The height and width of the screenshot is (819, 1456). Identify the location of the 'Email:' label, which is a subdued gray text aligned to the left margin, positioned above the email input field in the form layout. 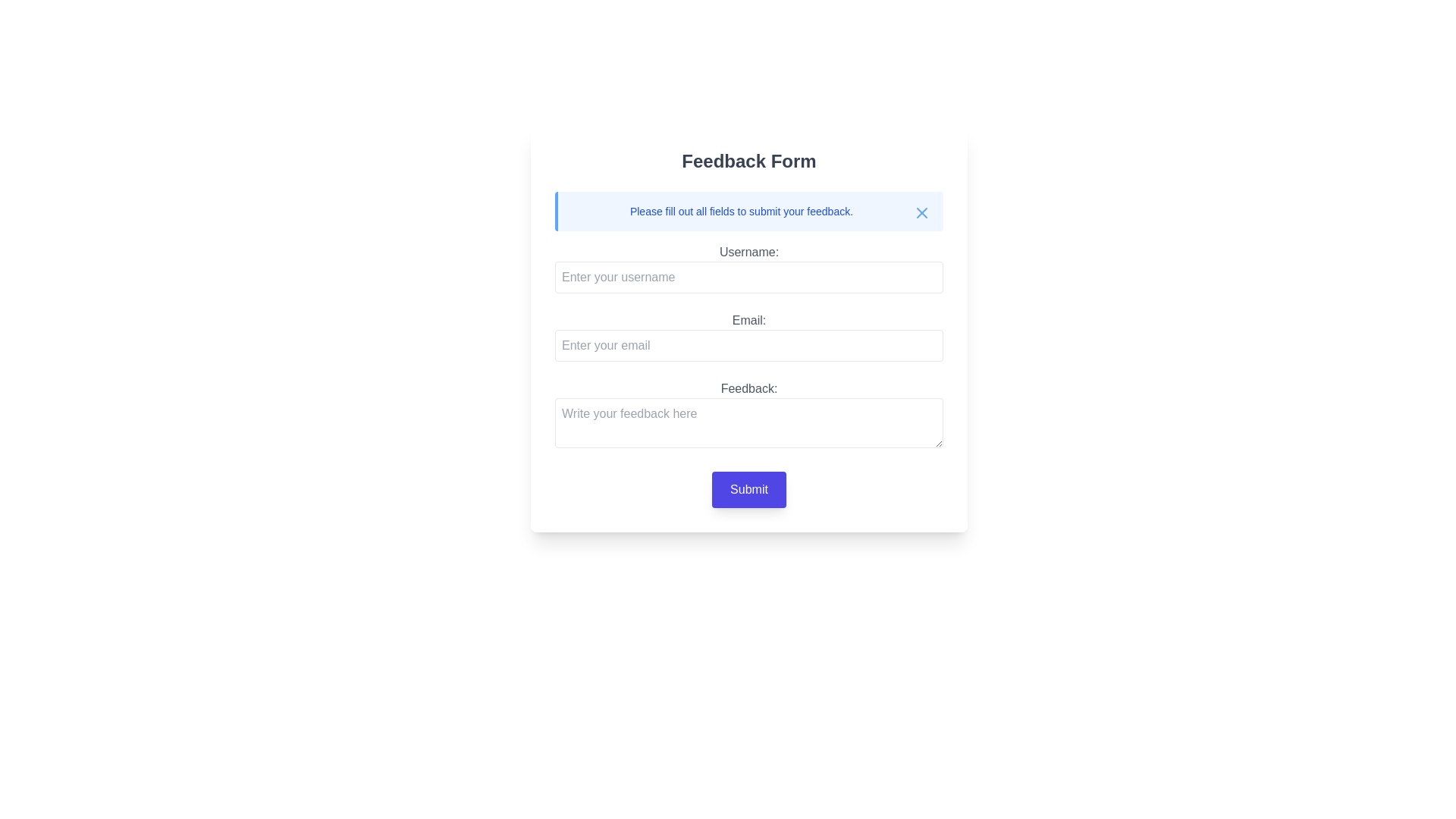
(749, 320).